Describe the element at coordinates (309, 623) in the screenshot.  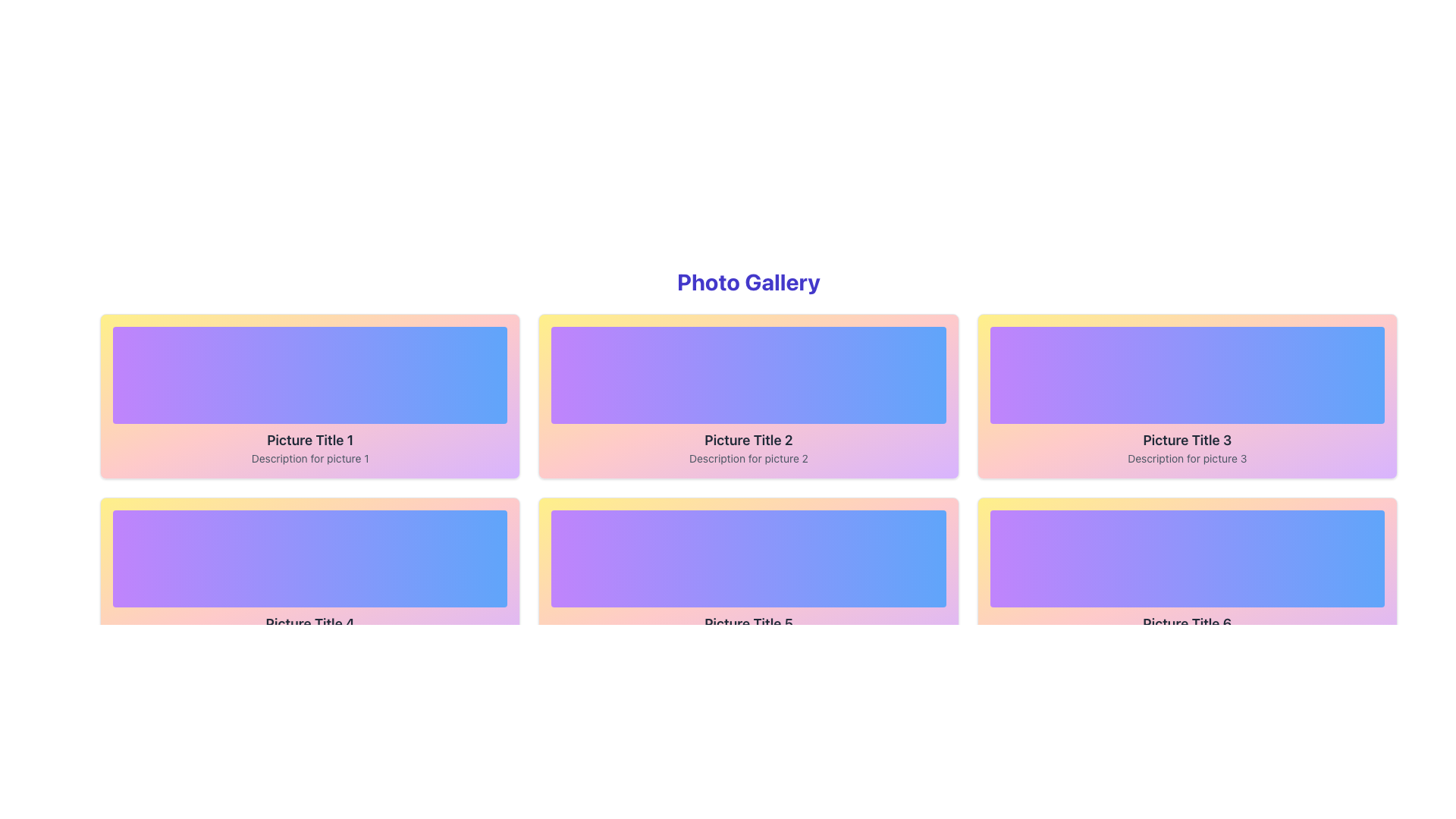
I see `the text label displaying 'Picture Title 4' in bold gray style, located in the second row, first column of a grid layout` at that location.